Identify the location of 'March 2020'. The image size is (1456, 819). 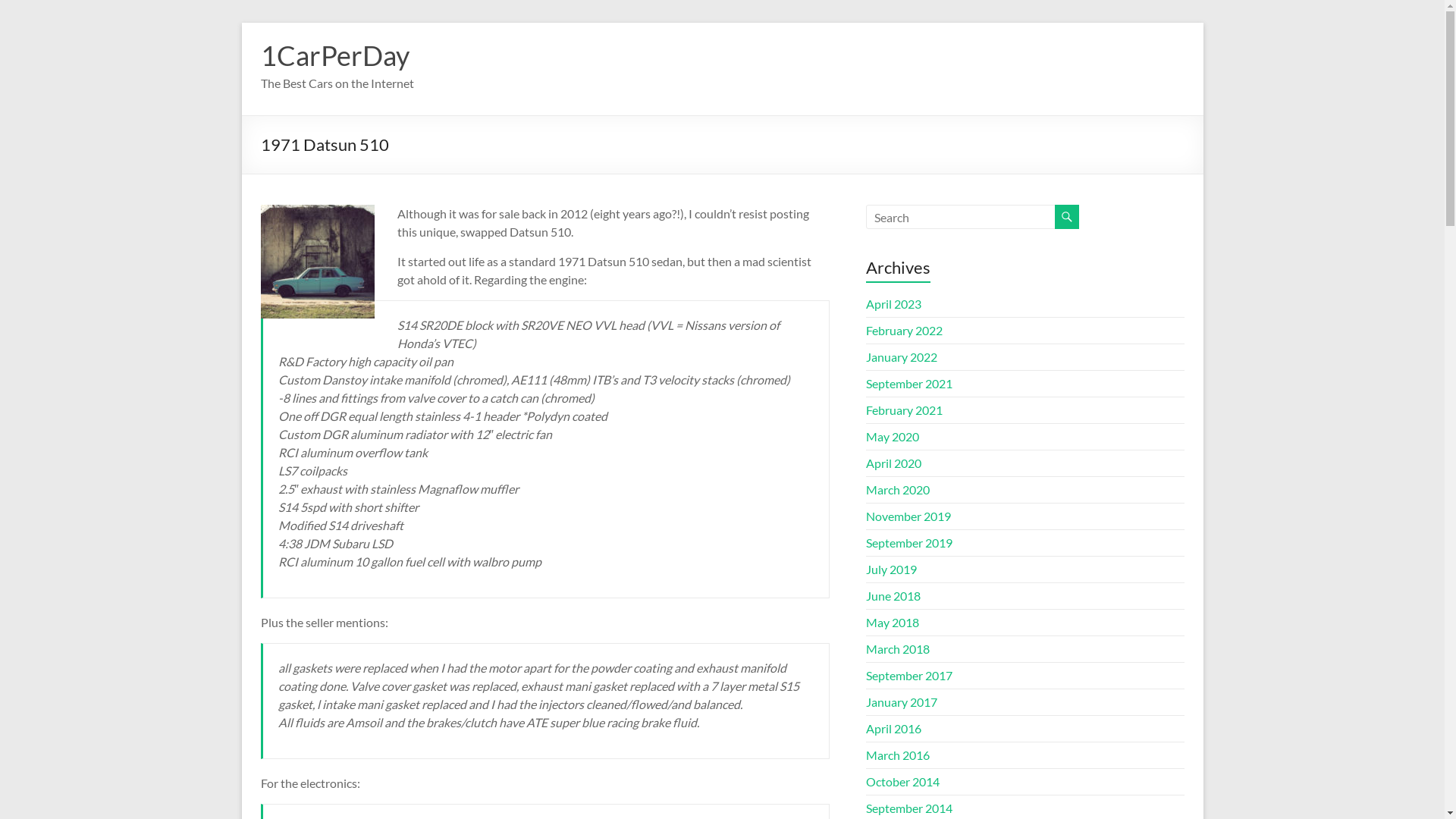
(866, 489).